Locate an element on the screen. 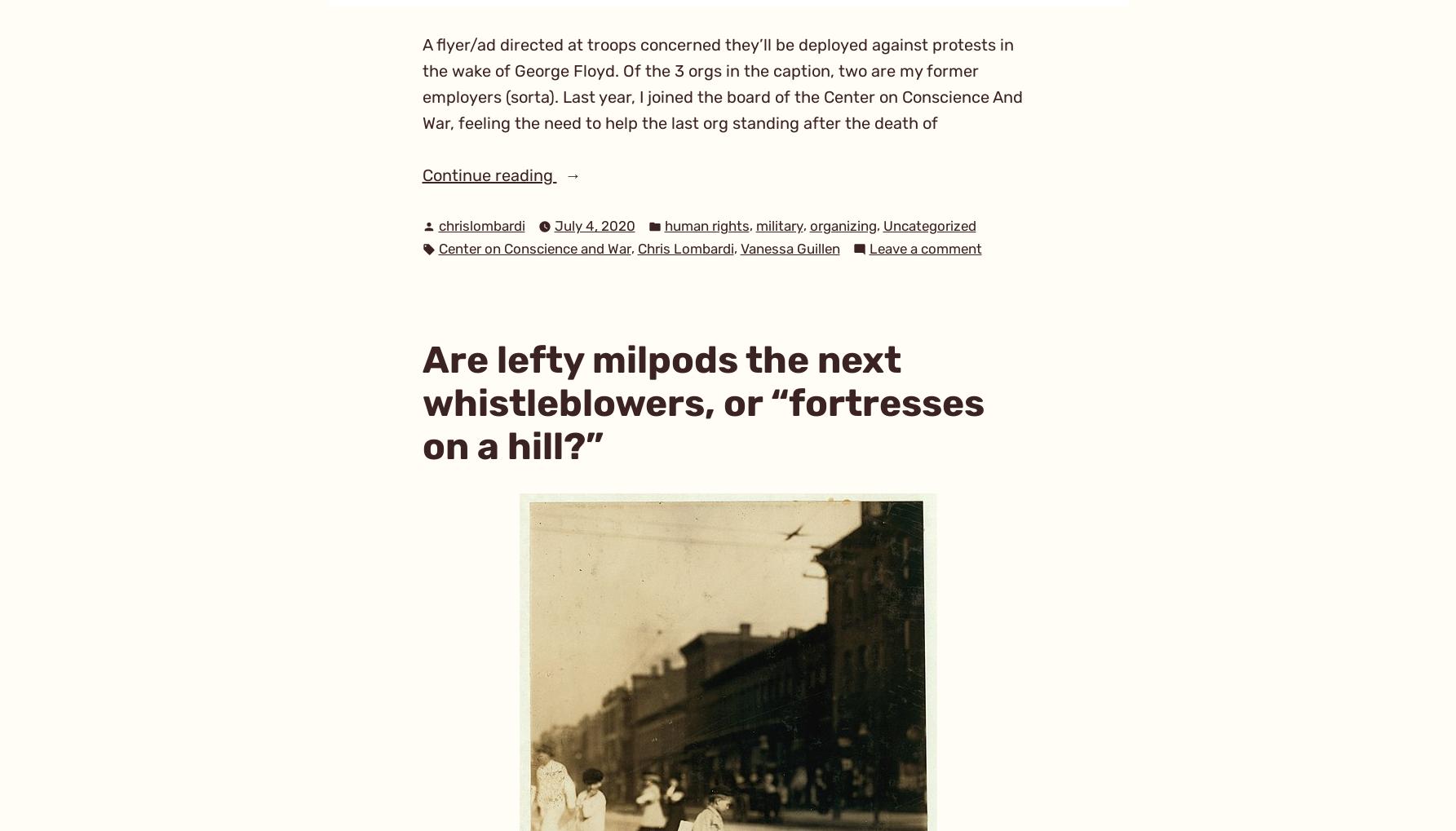 This screenshot has width=1456, height=831. 'Center on Conscience and War' is located at coordinates (533, 247).